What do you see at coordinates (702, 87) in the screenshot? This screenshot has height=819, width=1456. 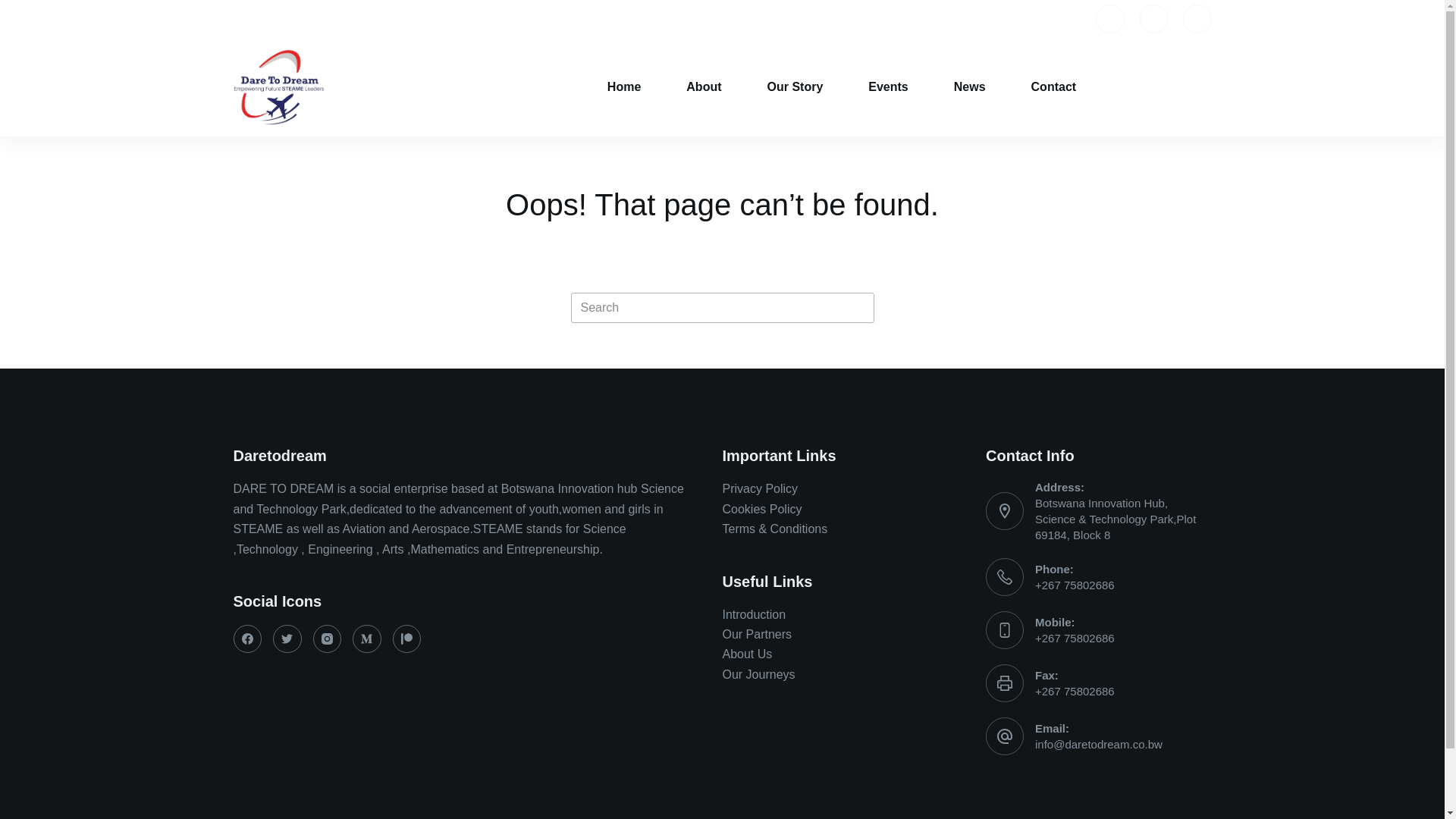 I see `'About'` at bounding box center [702, 87].